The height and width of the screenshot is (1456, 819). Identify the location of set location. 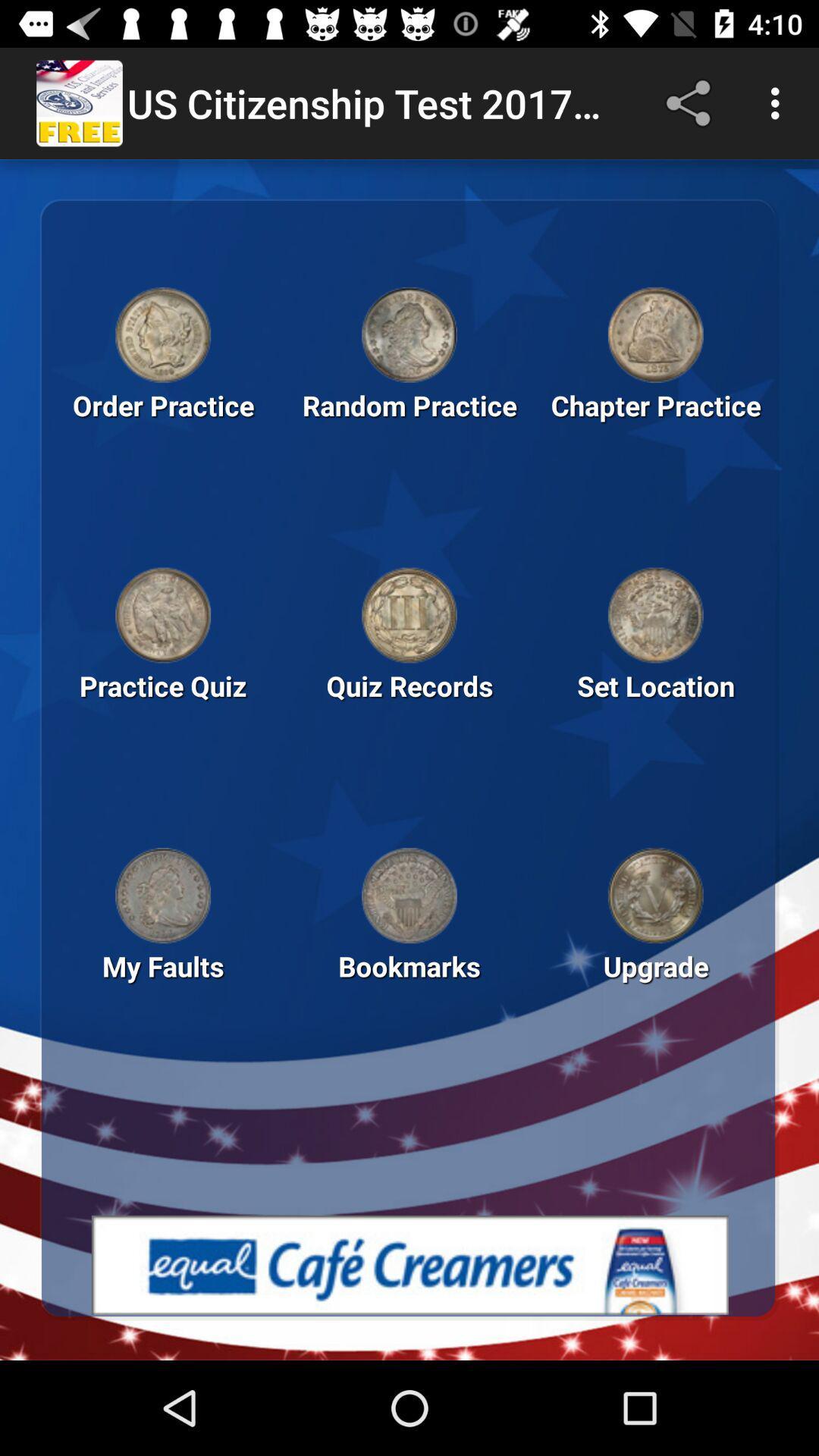
(654, 615).